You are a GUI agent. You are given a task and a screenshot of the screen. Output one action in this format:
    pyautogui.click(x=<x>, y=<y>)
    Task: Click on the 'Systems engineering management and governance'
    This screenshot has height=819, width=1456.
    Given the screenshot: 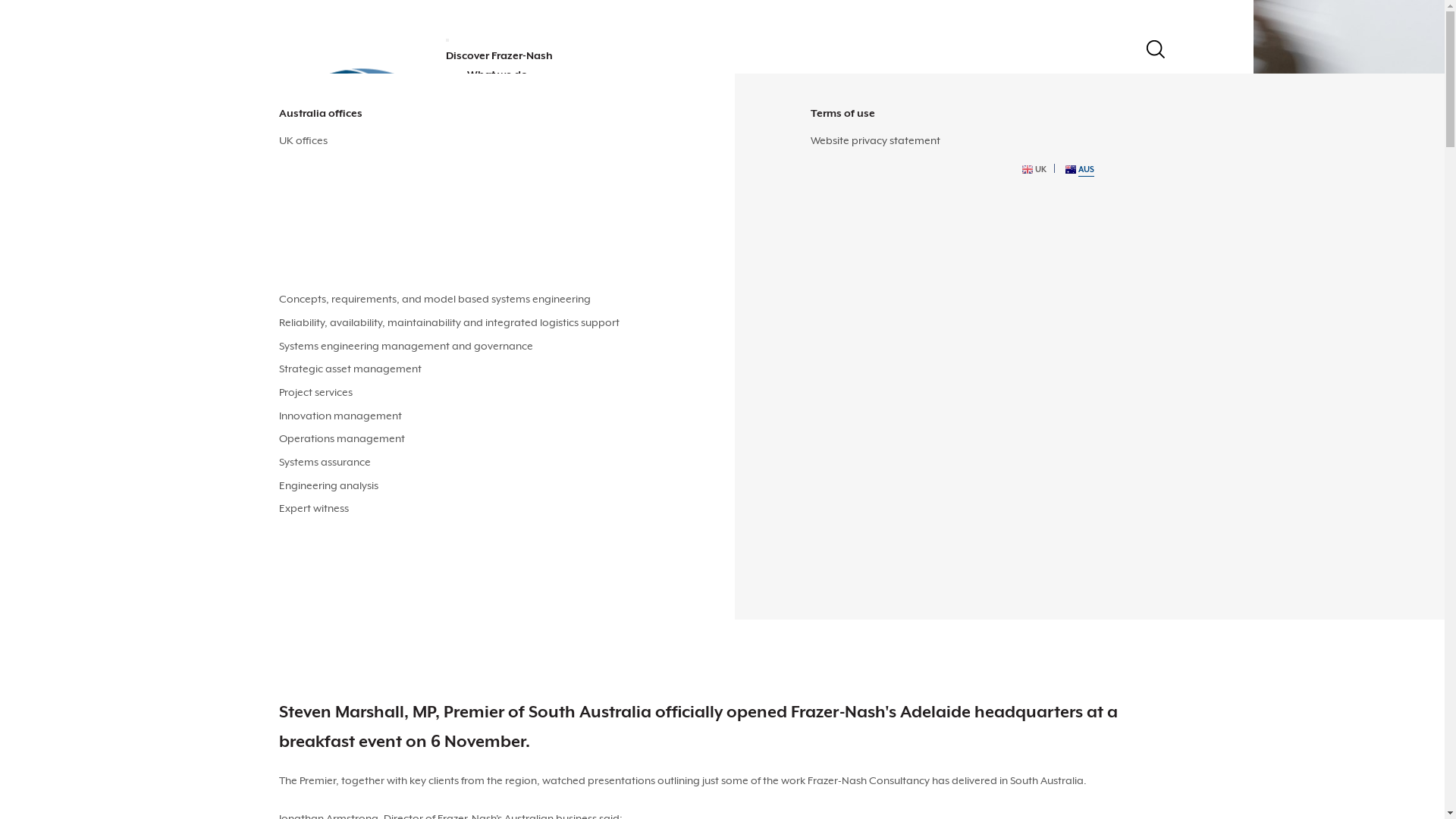 What is the action you would take?
    pyautogui.click(x=406, y=345)
    